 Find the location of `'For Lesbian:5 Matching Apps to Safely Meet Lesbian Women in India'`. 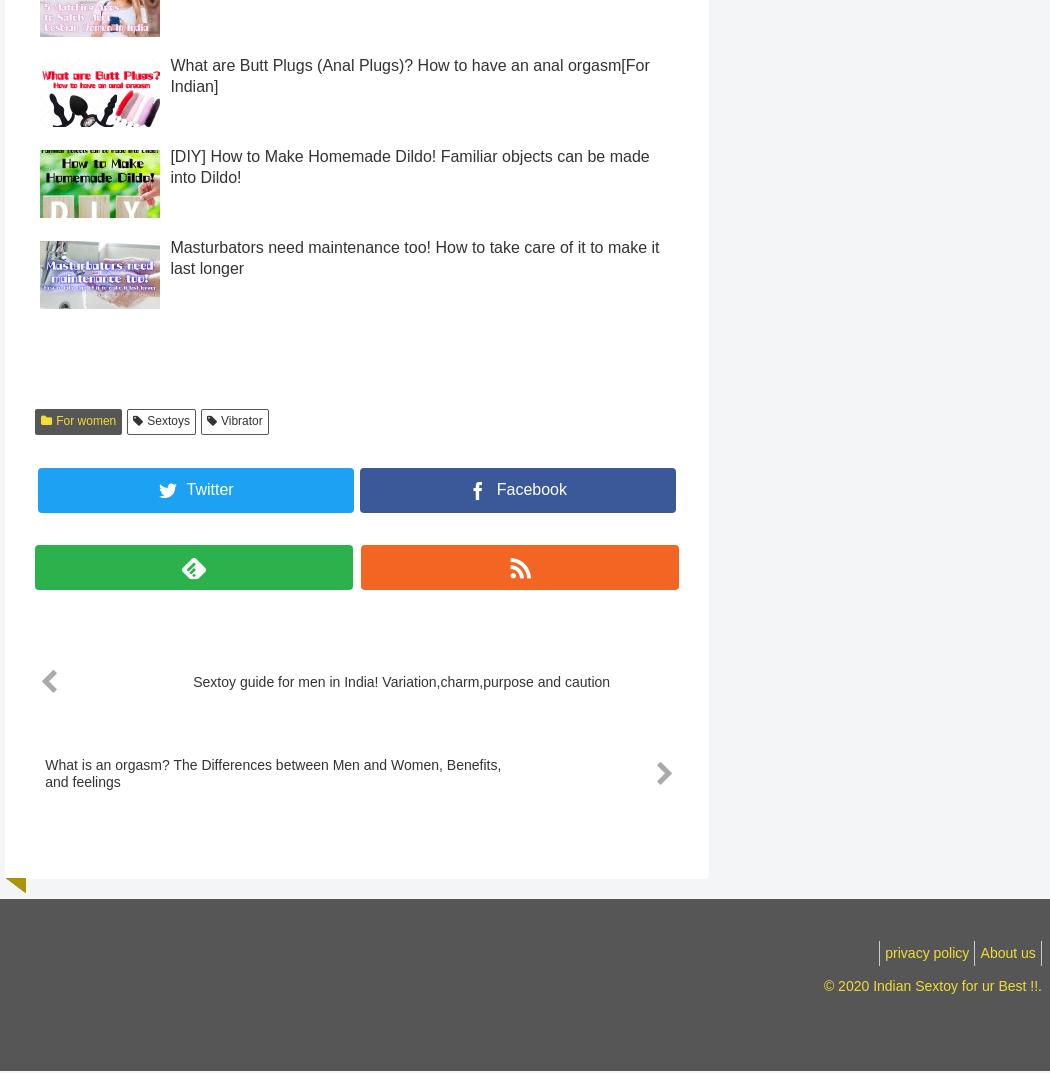

'For Lesbian:5 Matching Apps to Safely Meet Lesbian Women in India' is located at coordinates (413, 10).